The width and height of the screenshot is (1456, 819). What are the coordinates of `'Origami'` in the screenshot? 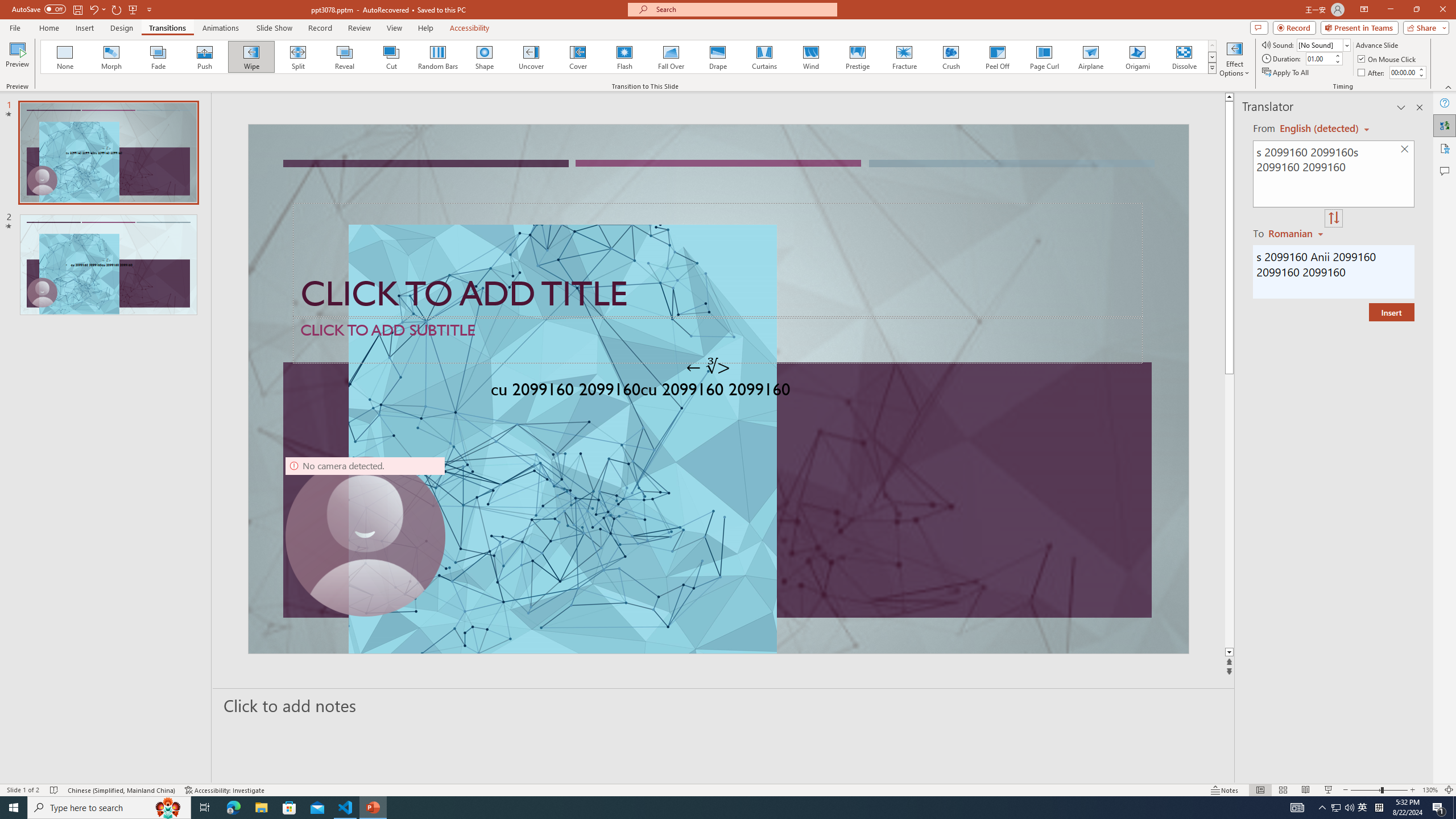 It's located at (1136, 56).